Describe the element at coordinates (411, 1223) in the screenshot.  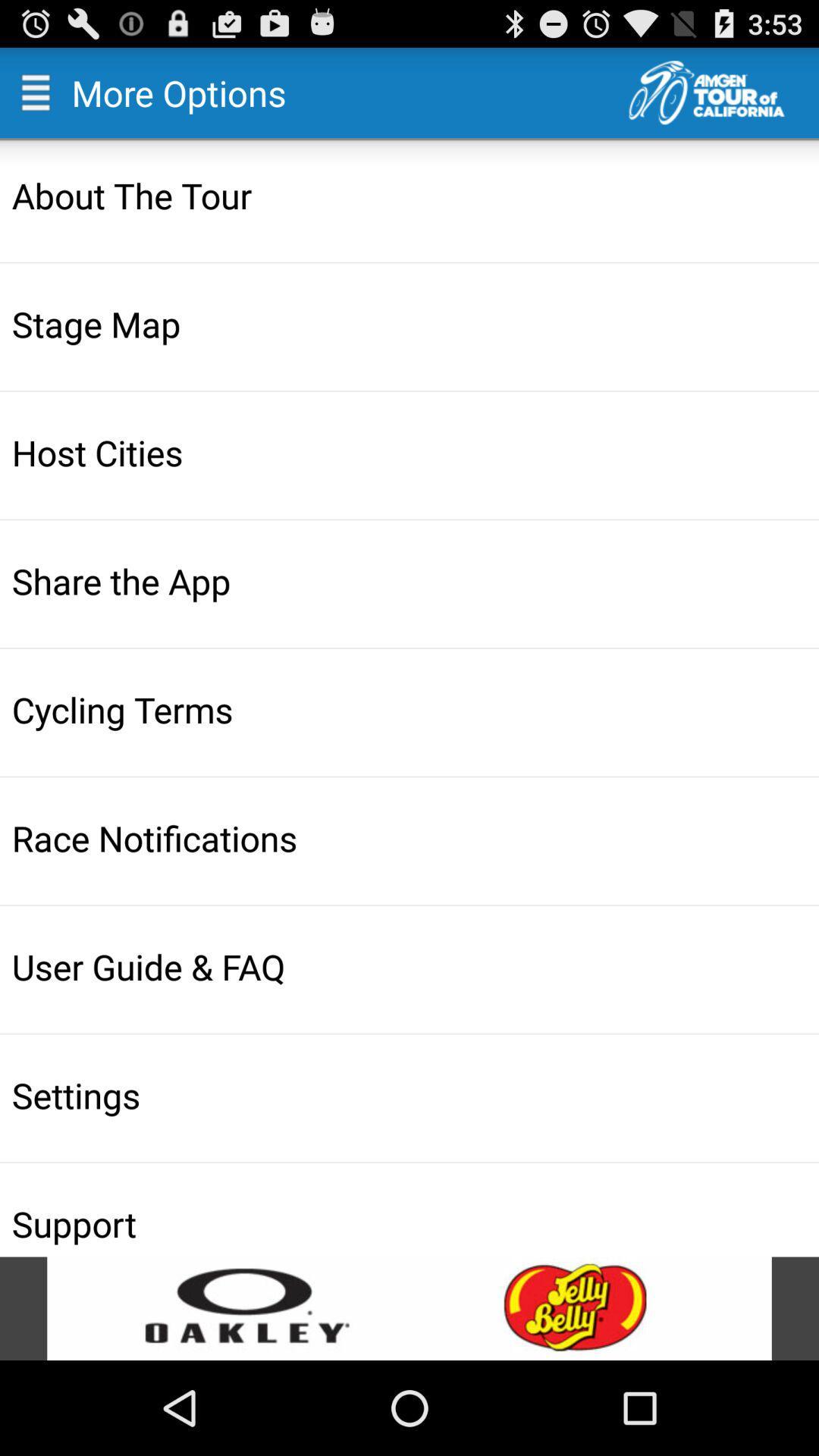
I see `support icon` at that location.